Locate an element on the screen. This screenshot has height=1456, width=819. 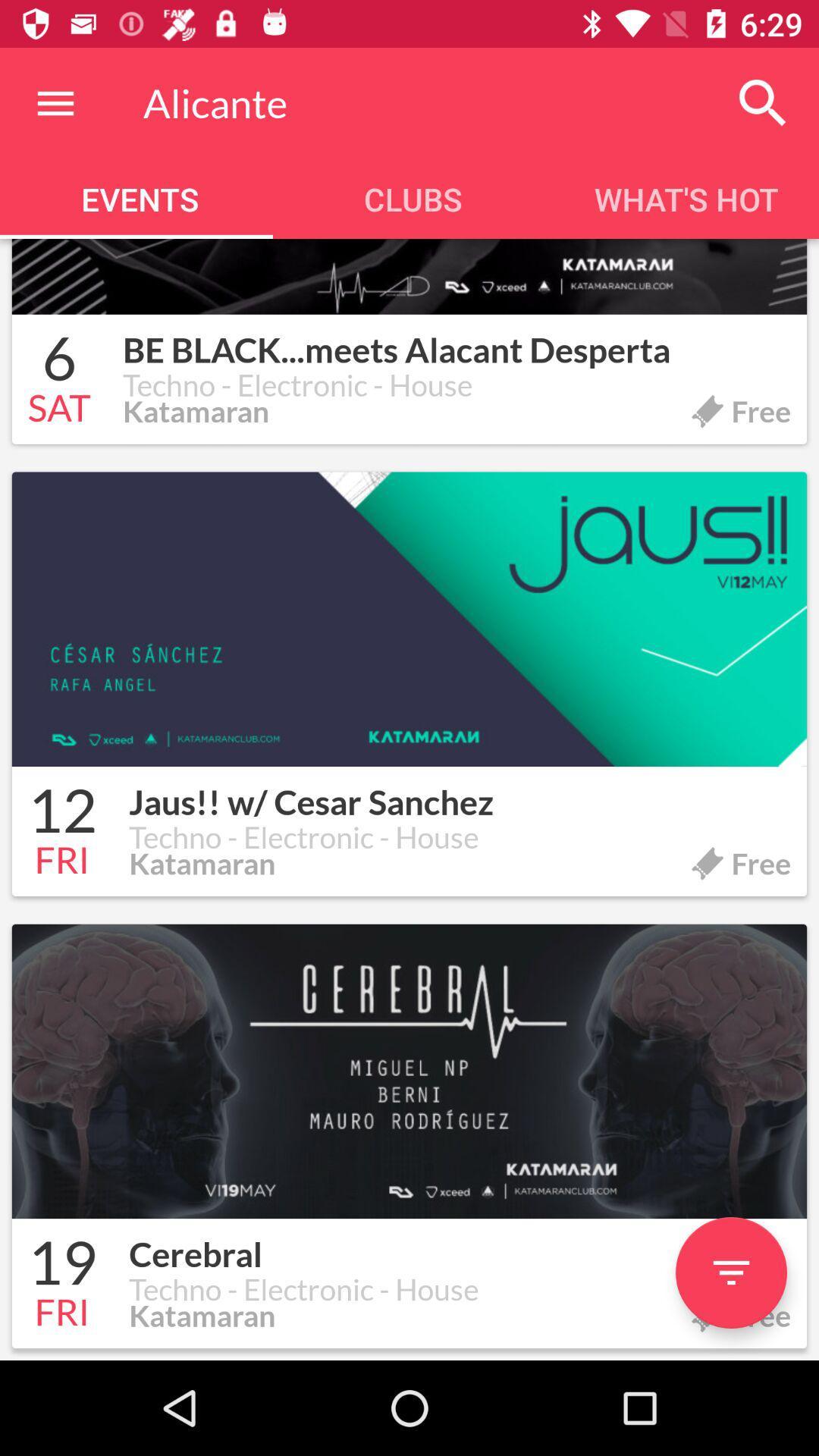
the icon to the left of the cerebral is located at coordinates (61, 1265).